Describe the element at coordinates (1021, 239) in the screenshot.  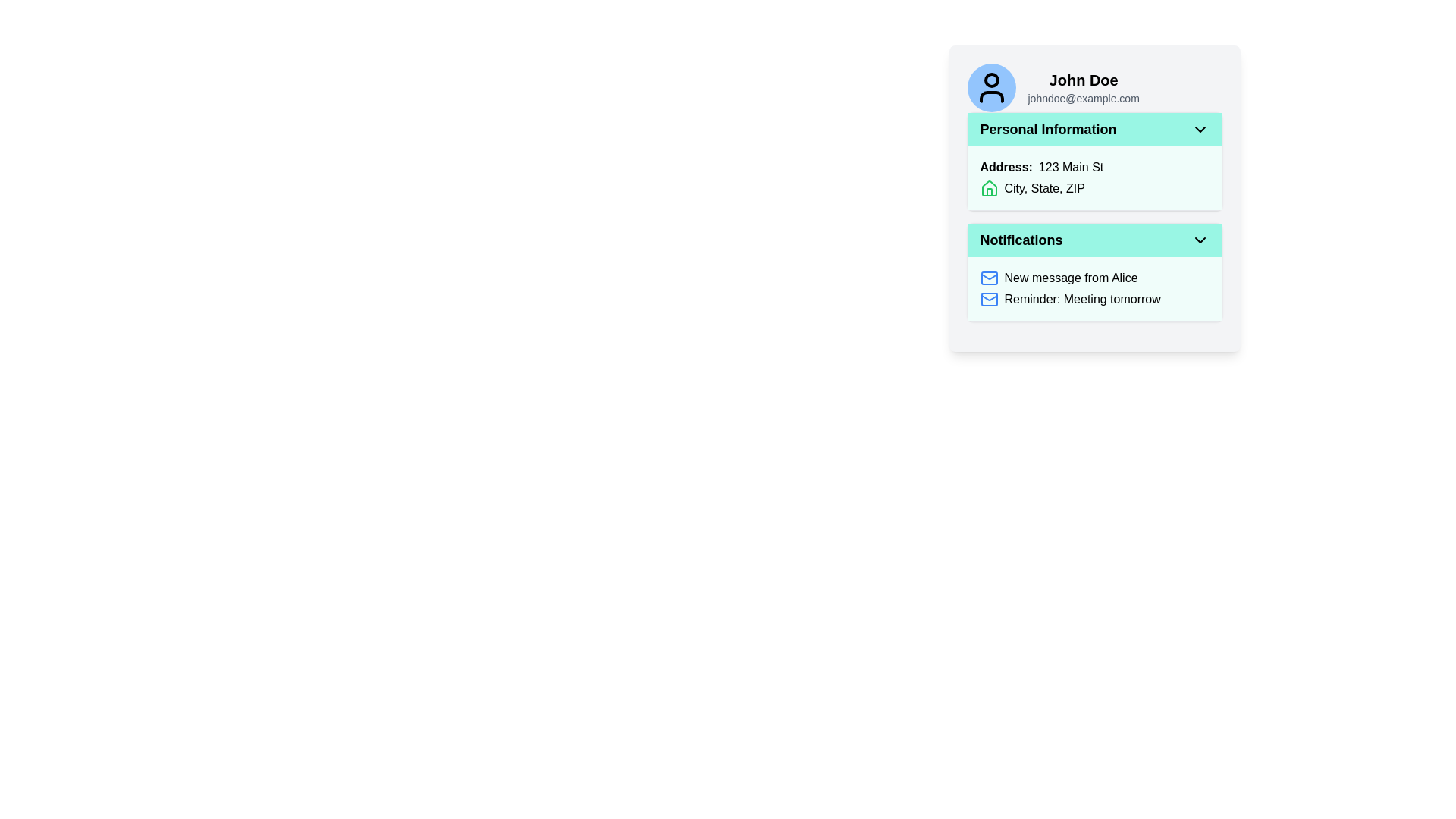
I see `the text label 'Notifications' displayed in bold font within the teal-colored bar, which serves as a section header` at that location.